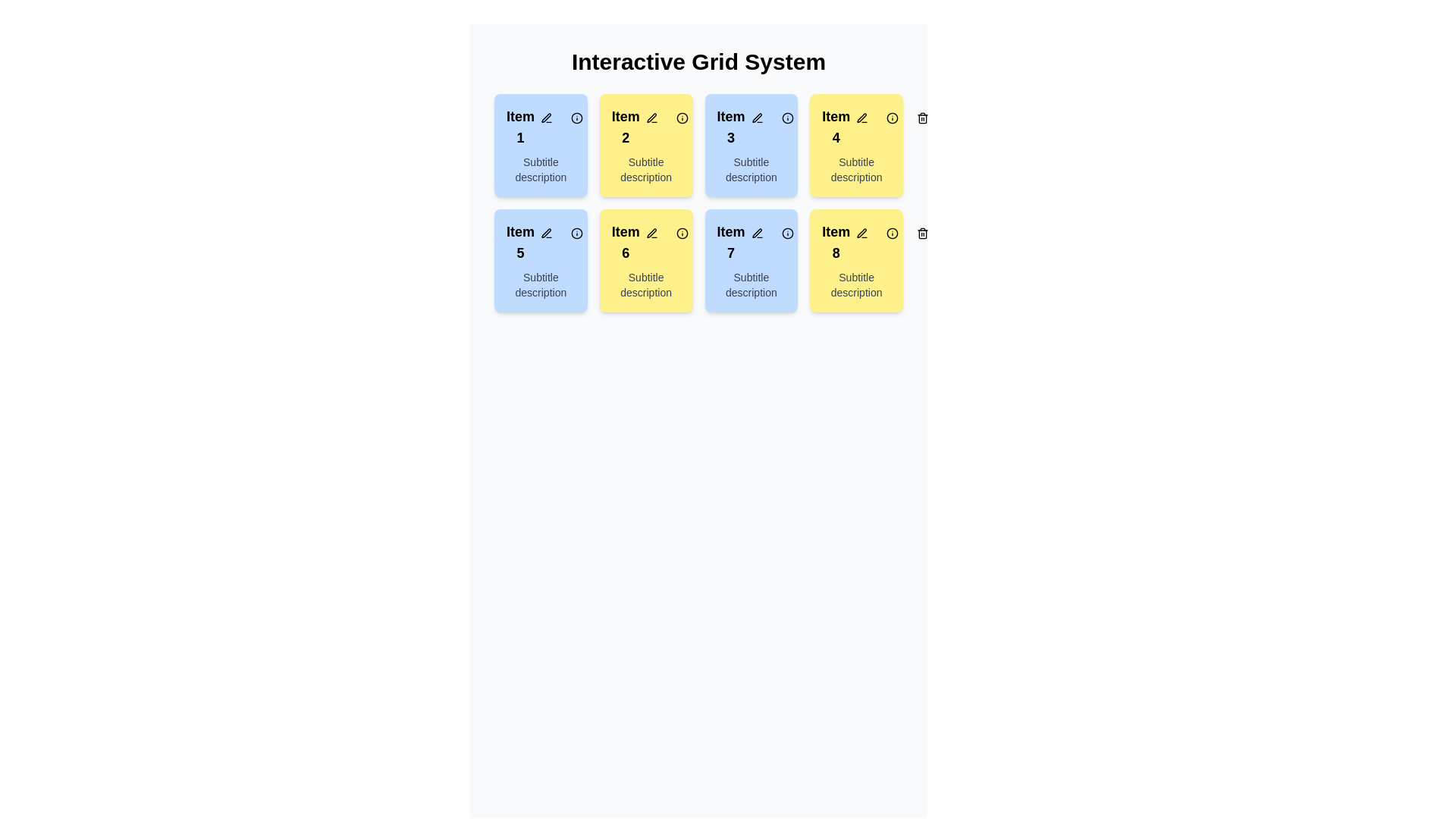  I want to click on the editing icon (SVG) located in the top-right corner of the yellow grid item labeled 'Item 4', so click(862, 117).